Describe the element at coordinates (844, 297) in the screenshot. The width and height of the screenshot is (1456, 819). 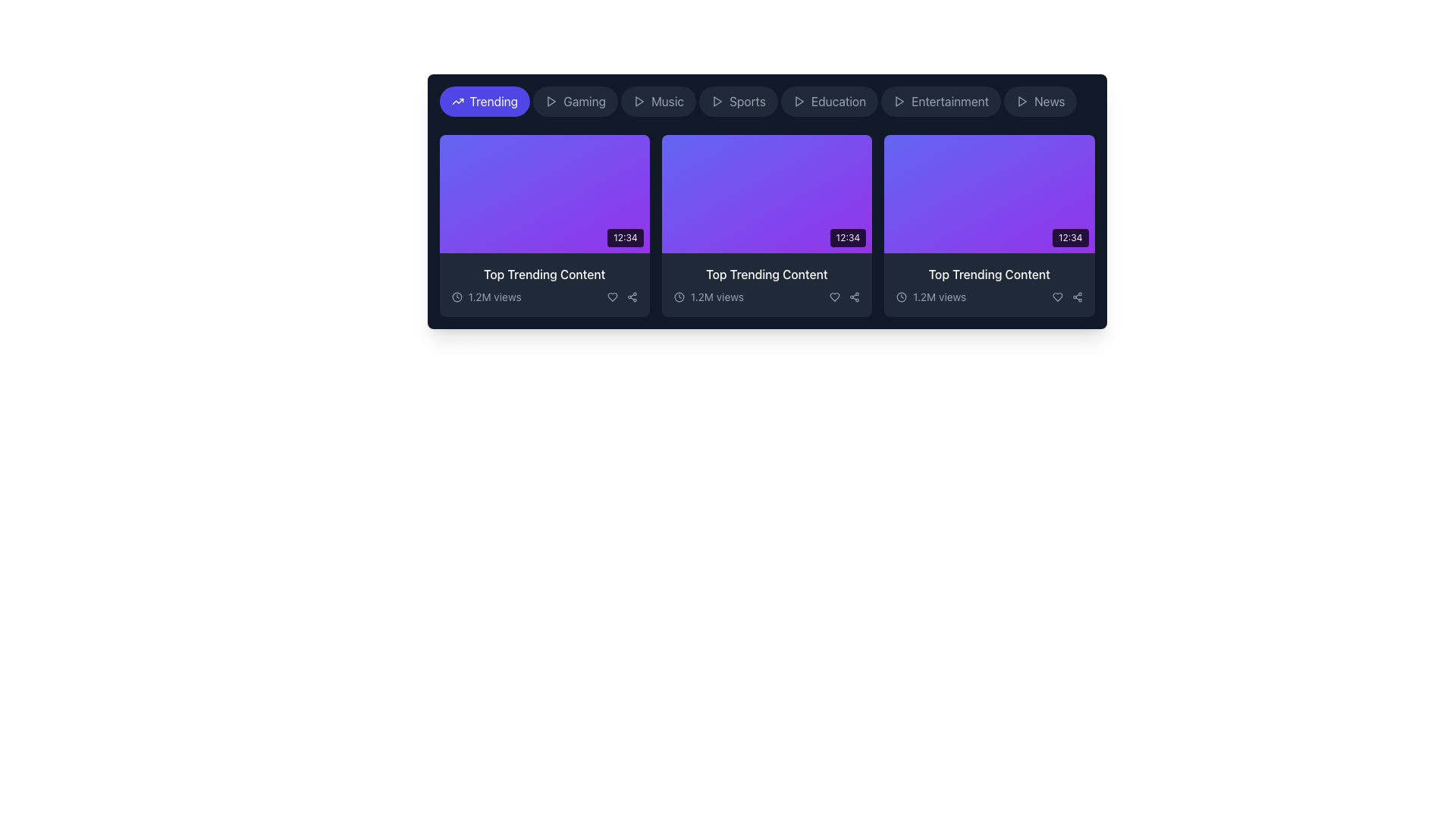
I see `the heart icon in the bottom-right corner of the middle card to like the content` at that location.